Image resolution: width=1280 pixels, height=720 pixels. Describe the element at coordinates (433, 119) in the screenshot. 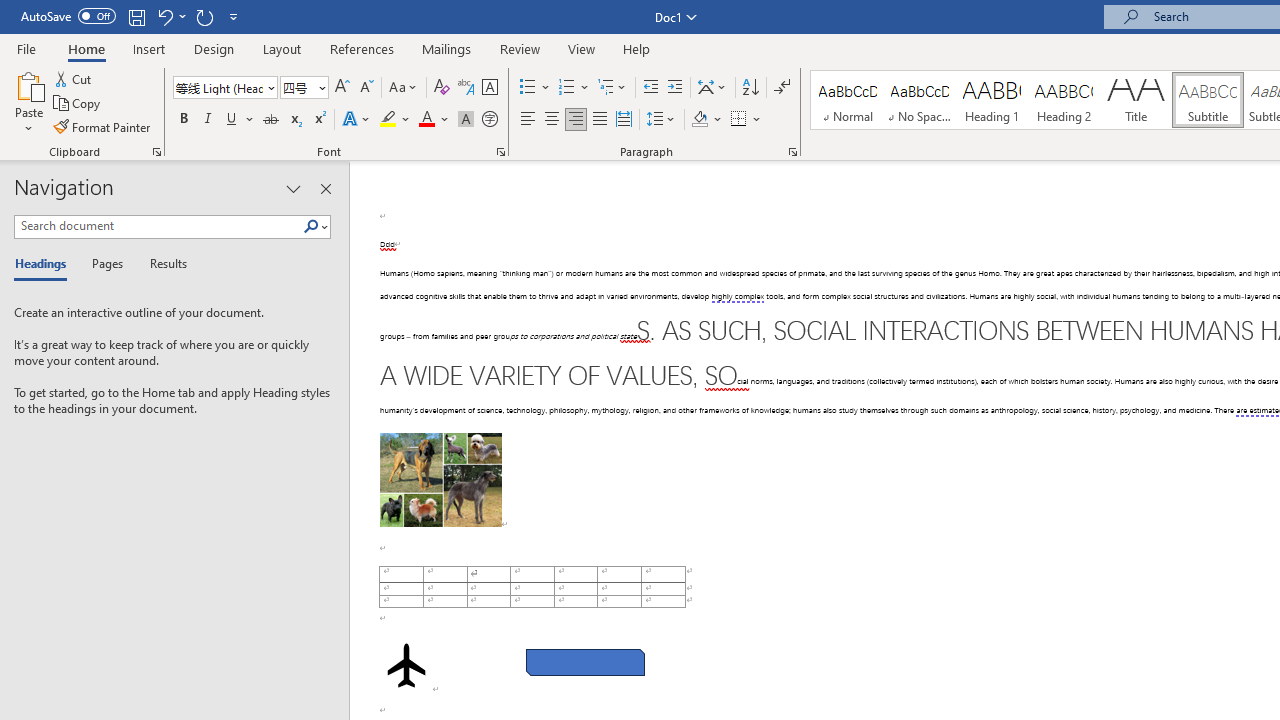

I see `'Font Color'` at that location.